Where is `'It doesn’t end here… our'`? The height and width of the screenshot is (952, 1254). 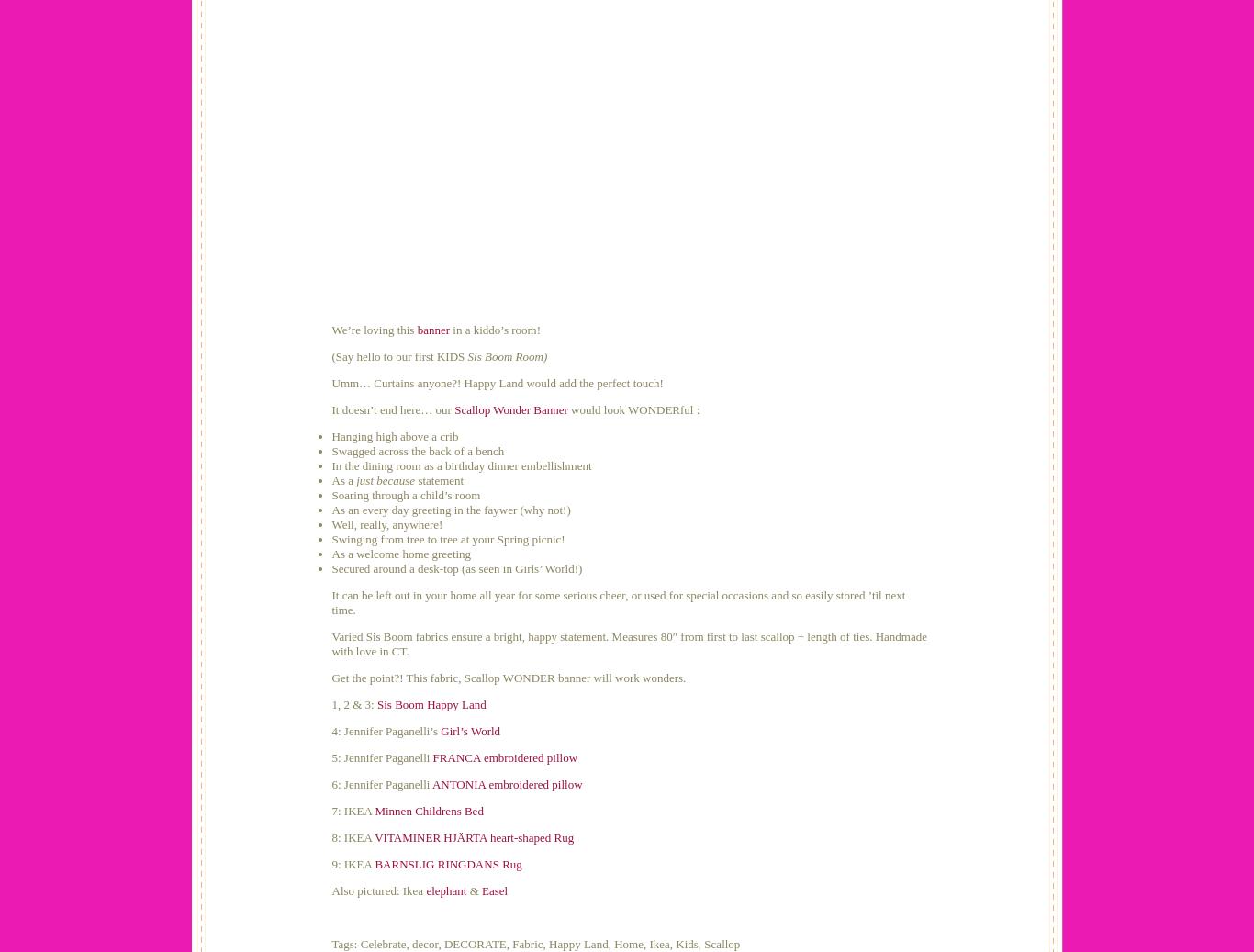
'It doesn’t end here… our' is located at coordinates (391, 409).